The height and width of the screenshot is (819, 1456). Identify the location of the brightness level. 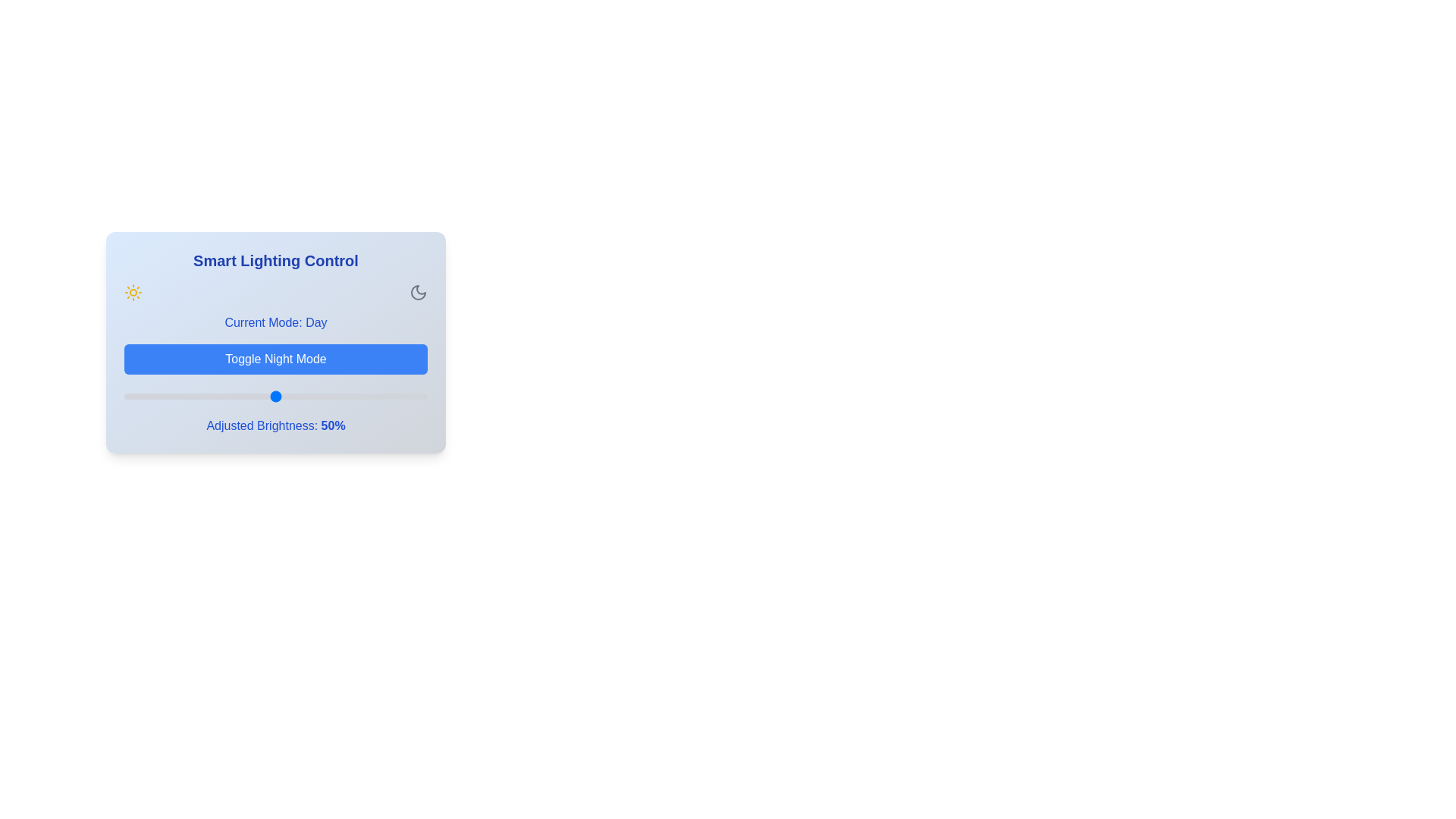
(359, 396).